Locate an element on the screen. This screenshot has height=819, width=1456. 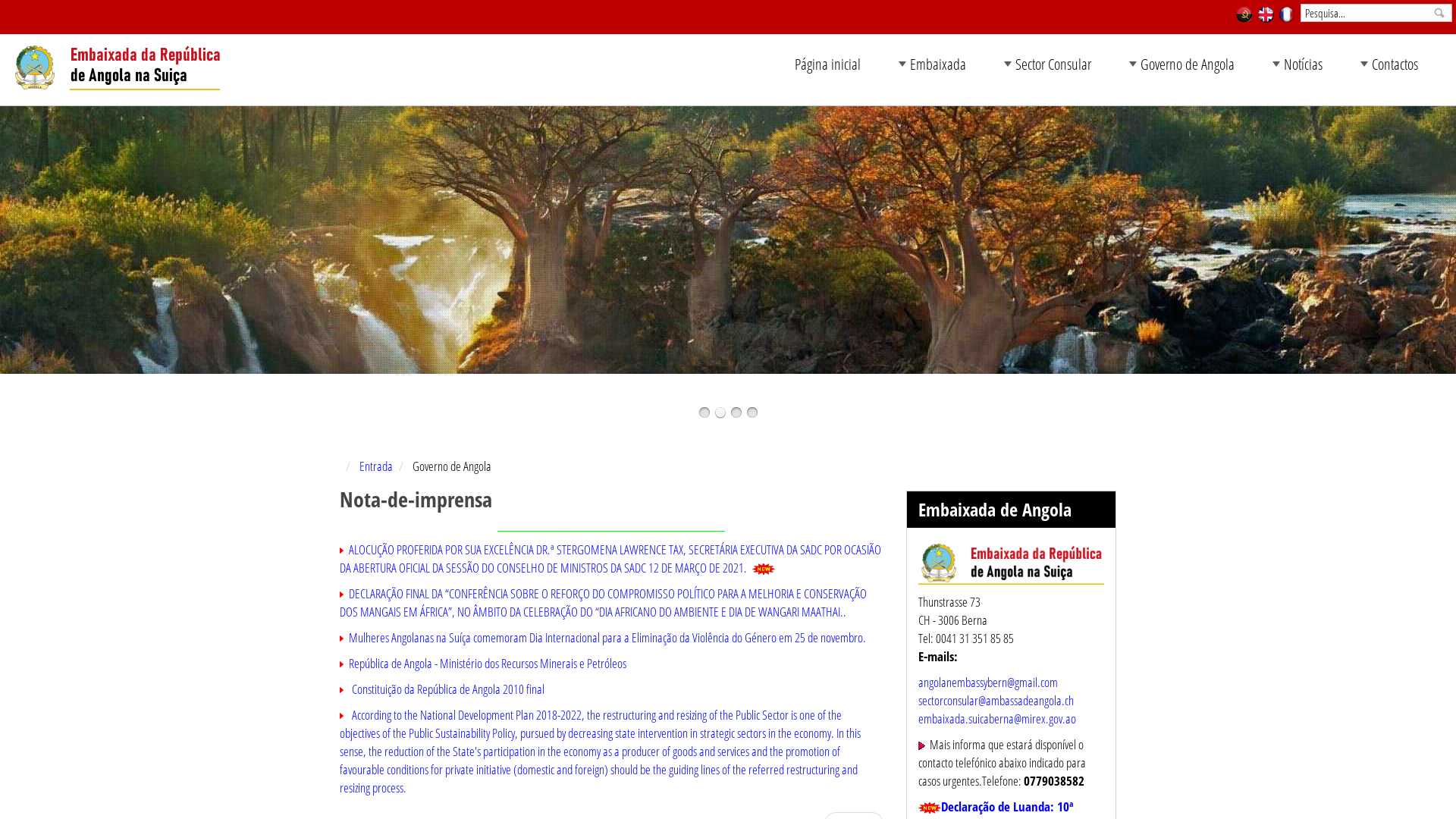
'Entrada' is located at coordinates (375, 465).